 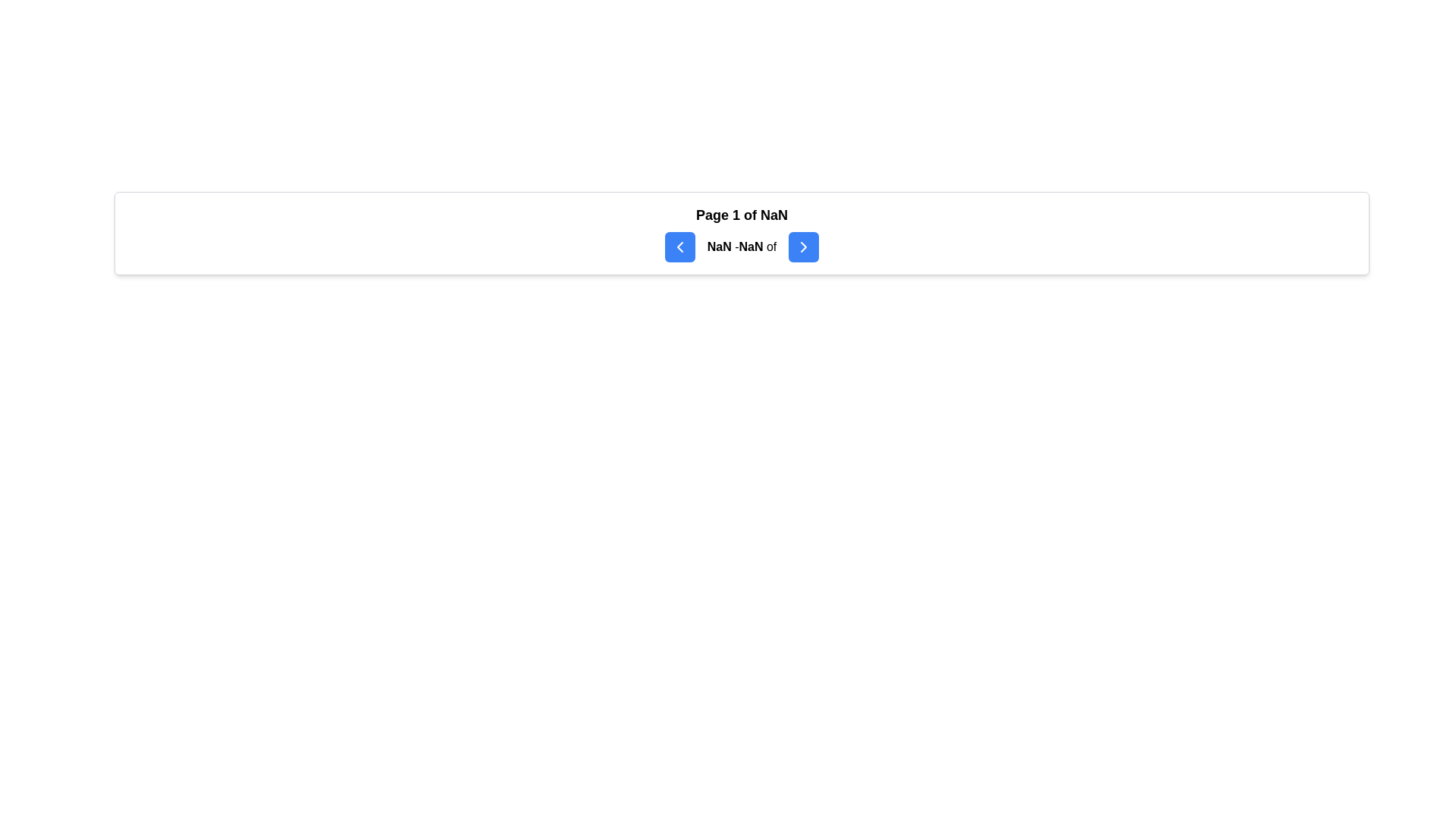 What do you see at coordinates (803, 246) in the screenshot?
I see `the blue circular button with a rightward-pointing chevron icon located on the far right of the navigation control section below 'Page 1 of NaN.'` at bounding box center [803, 246].